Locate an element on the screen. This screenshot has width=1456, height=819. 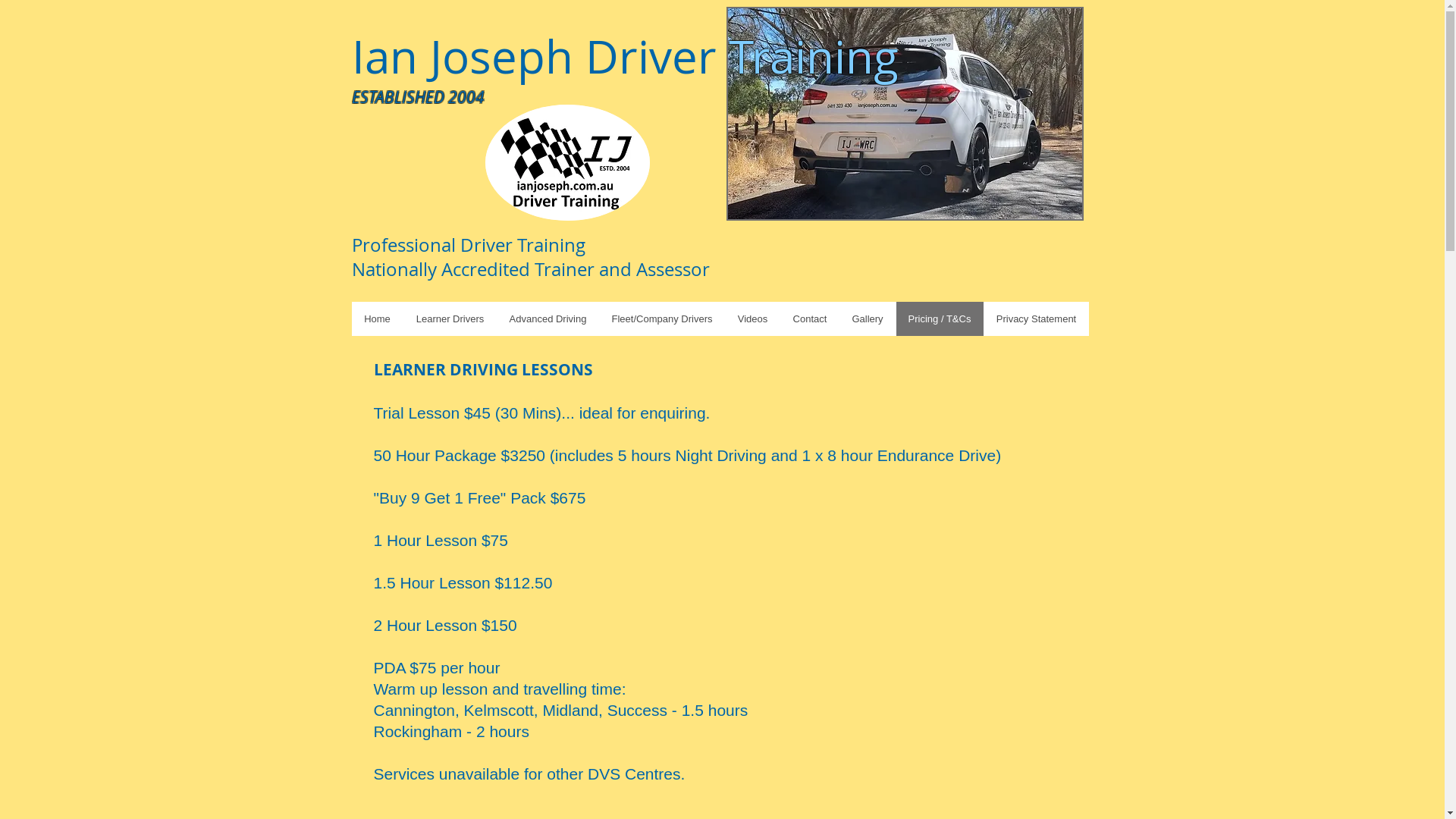
'Home' is located at coordinates (378, 318).